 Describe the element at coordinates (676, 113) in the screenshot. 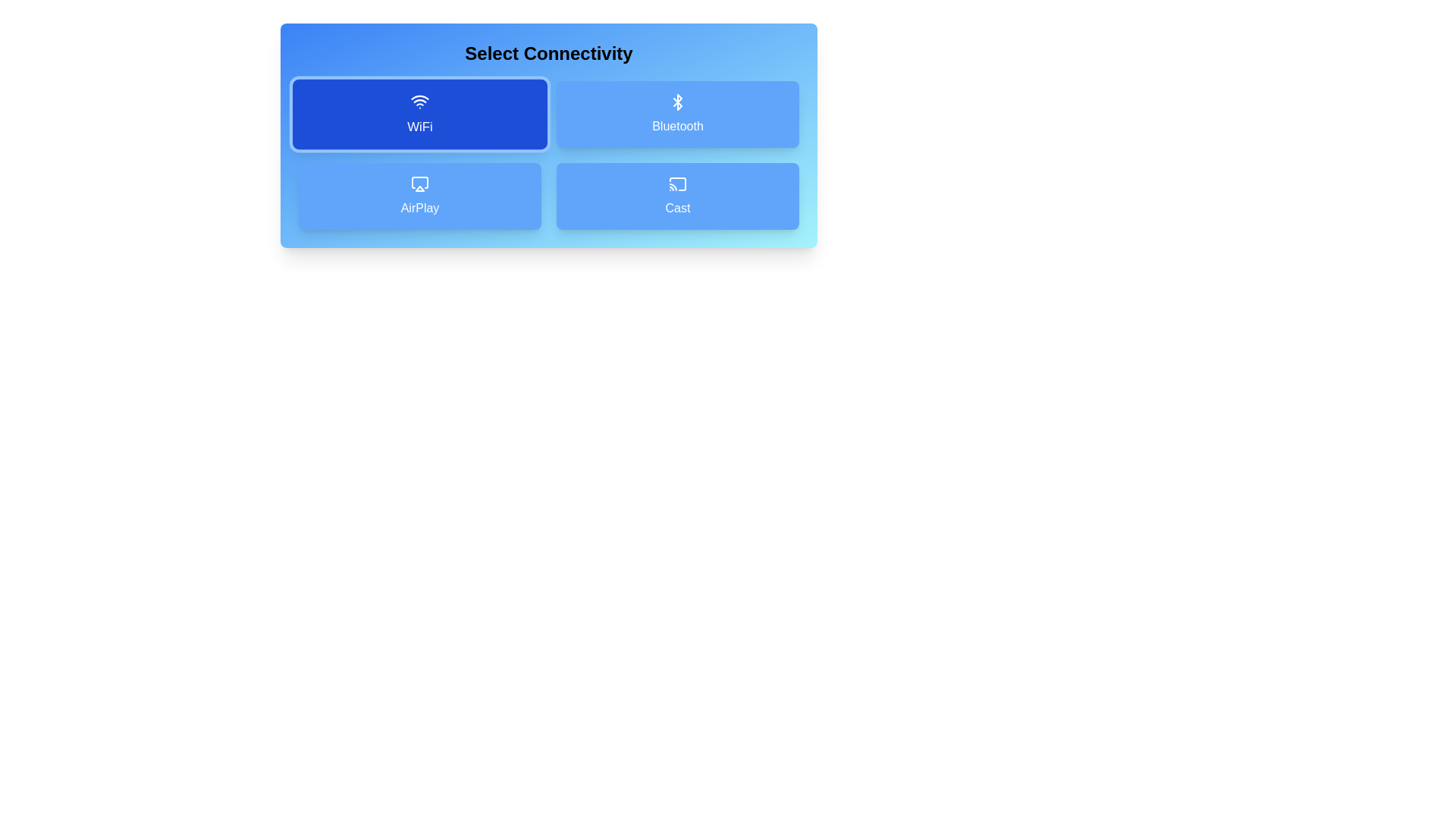

I see `the Bluetooth button to select the desired connectivity option` at that location.